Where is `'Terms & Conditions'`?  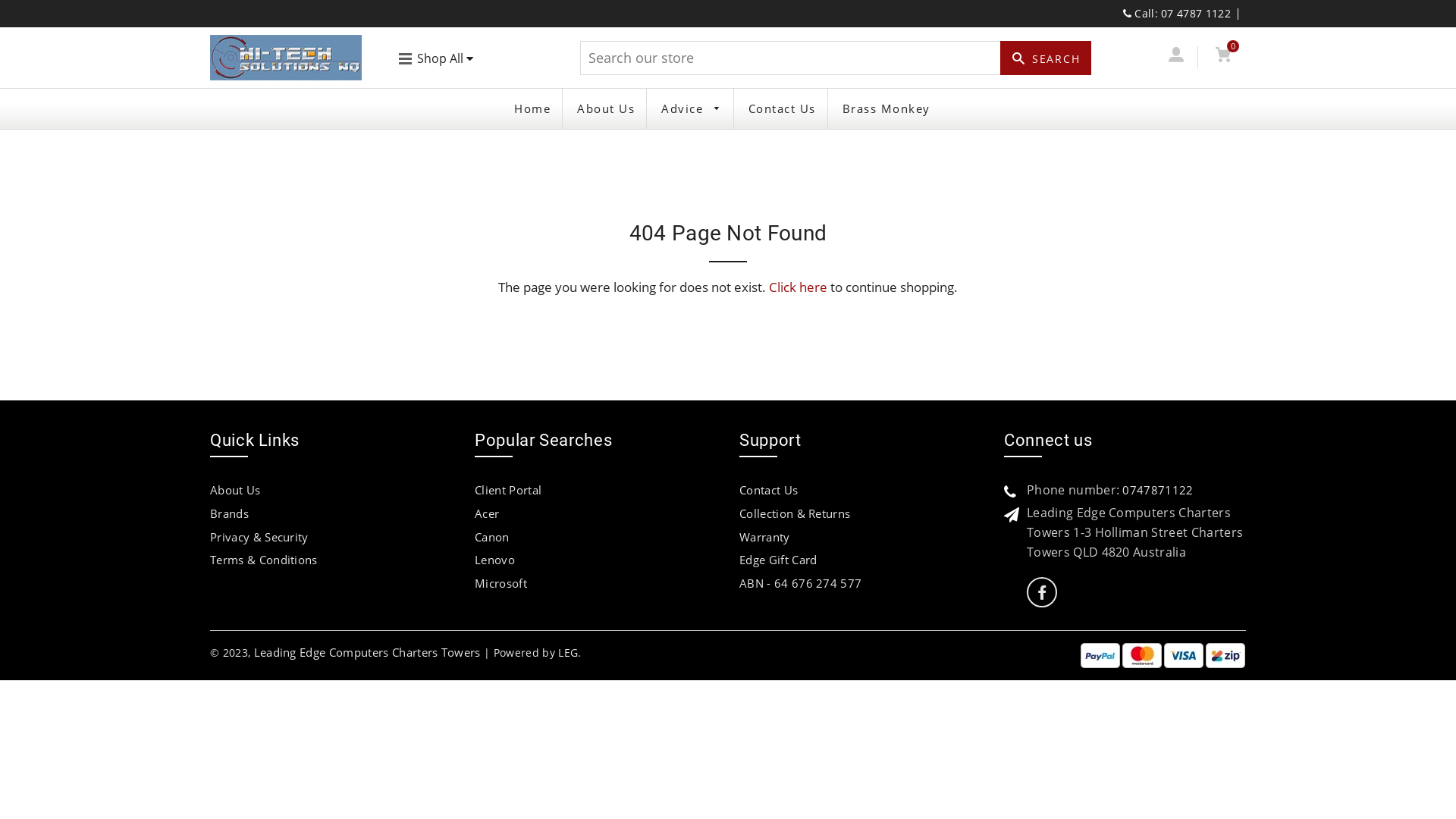
'Terms & Conditions' is located at coordinates (263, 559).